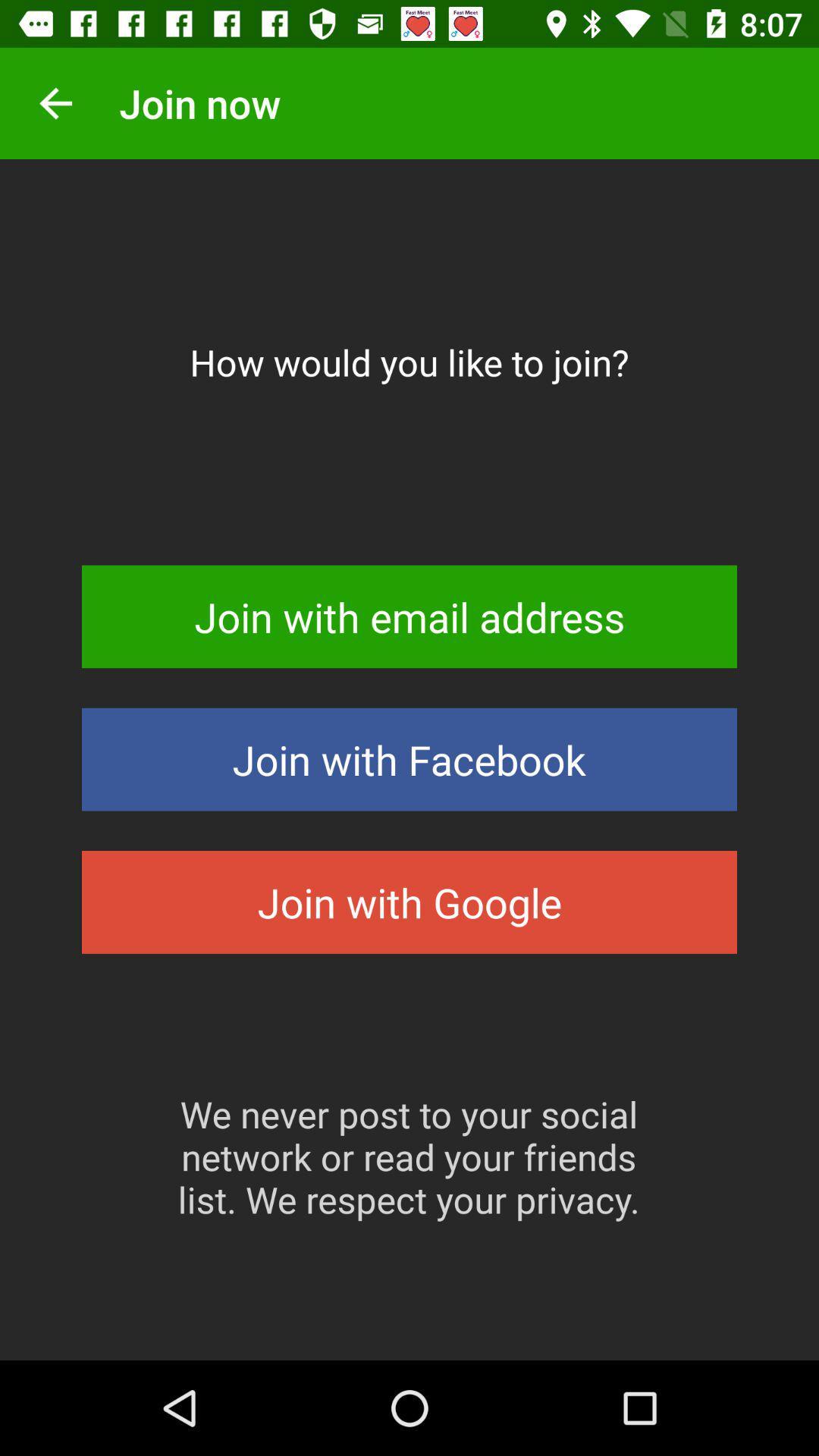 This screenshot has width=819, height=1456. Describe the element at coordinates (55, 102) in the screenshot. I see `the app above how would you app` at that location.